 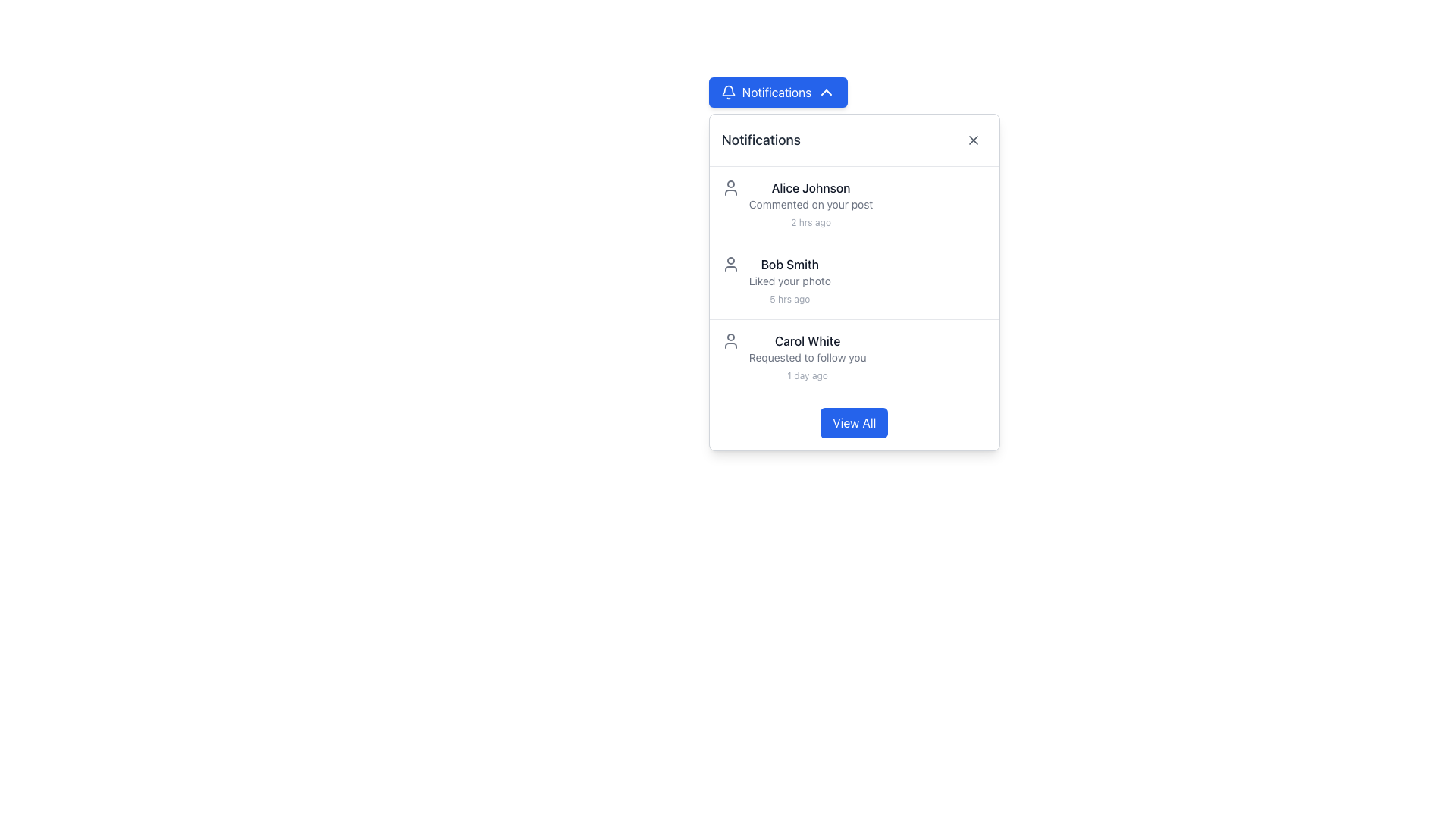 I want to click on the first notification in the dropdown that indicates Alice Johnson commented on the user's post two hours ago, so click(x=854, y=205).